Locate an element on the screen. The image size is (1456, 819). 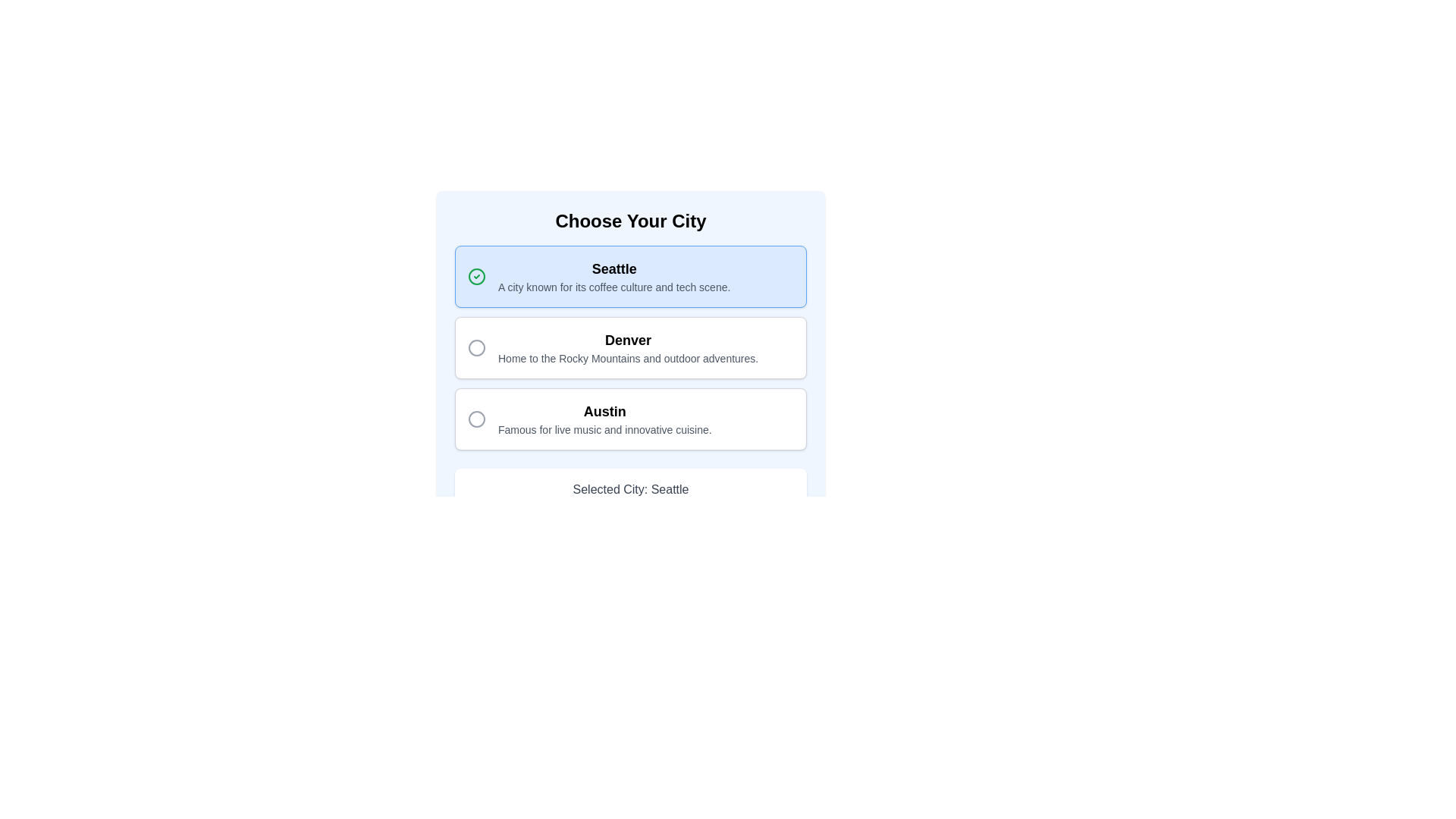
the text label displaying 'Denver' which is styled as a heading in bold, larger font, positioned prominently in the middle section of city options is located at coordinates (628, 339).